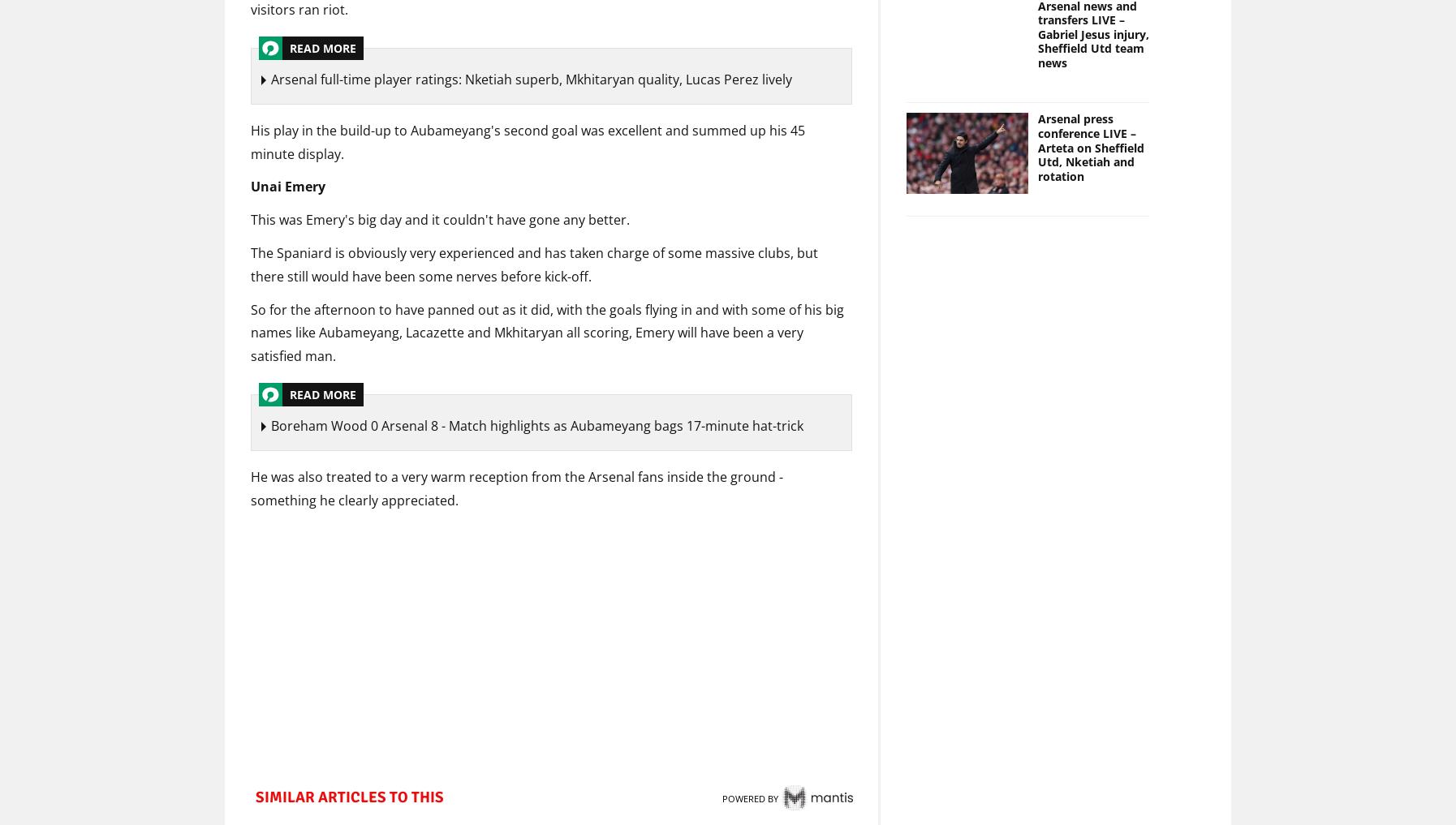 This screenshot has height=825, width=1456. I want to click on 'So for the afternoon to have panned out as it did, with the goals flying in and with some of his big names like Aubameyang, Lacazette and Mkhitaryan all scoring, Emery will have been a very satisfied man.', so click(547, 334).